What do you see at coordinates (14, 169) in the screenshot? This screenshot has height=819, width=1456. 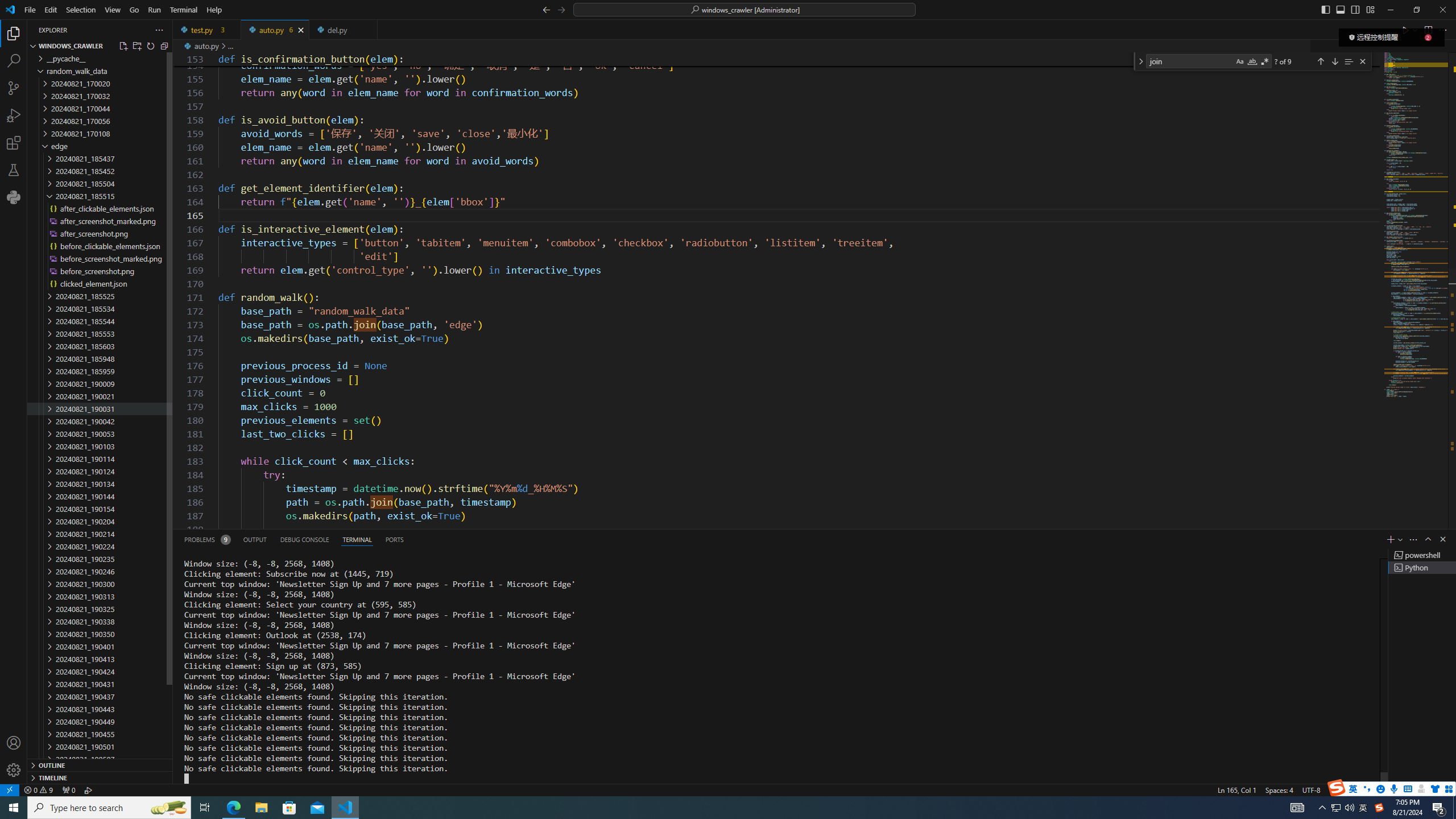 I see `'Testing'` at bounding box center [14, 169].